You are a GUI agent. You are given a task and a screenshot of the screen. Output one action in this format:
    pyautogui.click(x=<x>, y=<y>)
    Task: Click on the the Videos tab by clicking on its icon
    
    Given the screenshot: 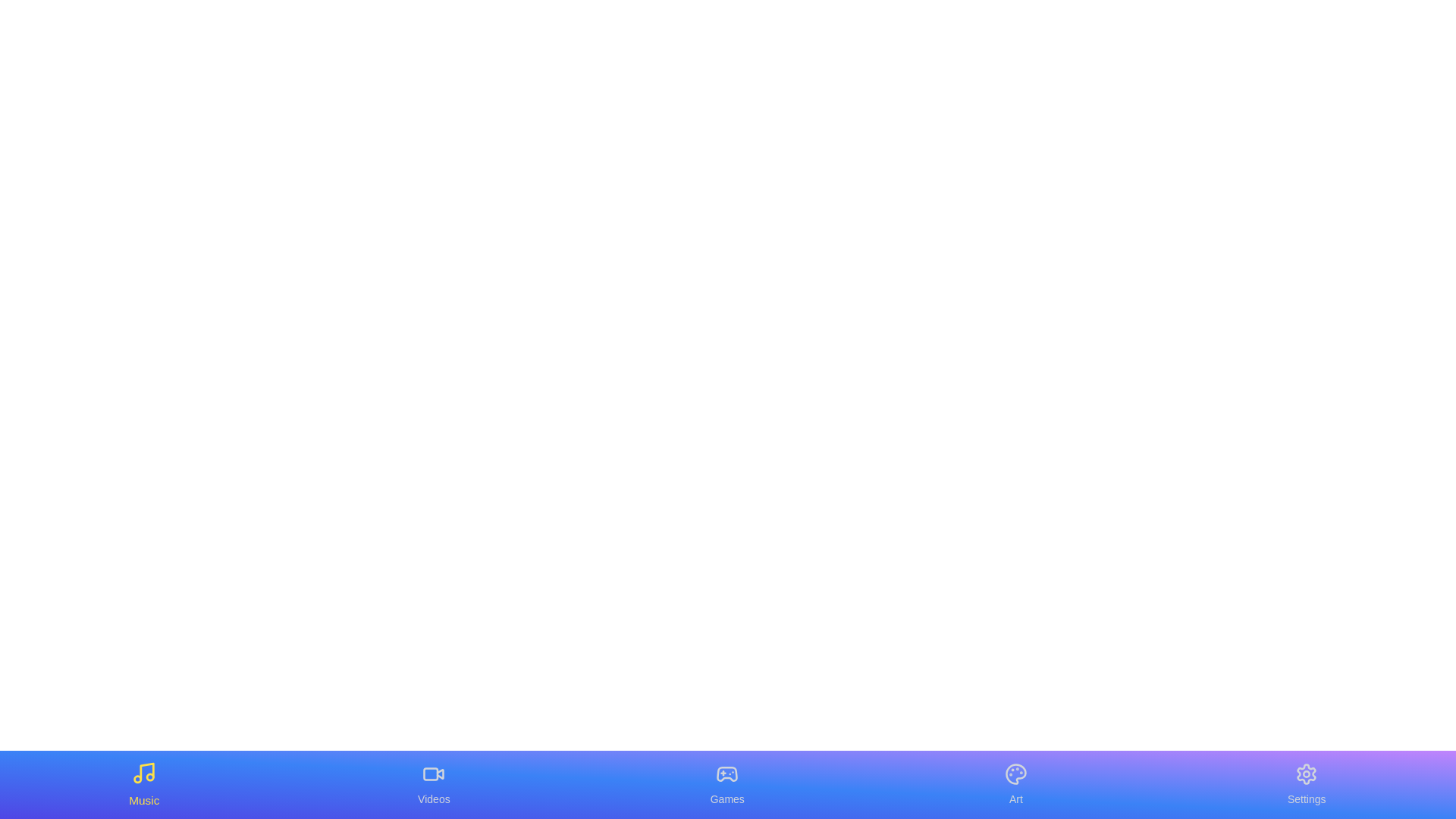 What is the action you would take?
    pyautogui.click(x=433, y=784)
    